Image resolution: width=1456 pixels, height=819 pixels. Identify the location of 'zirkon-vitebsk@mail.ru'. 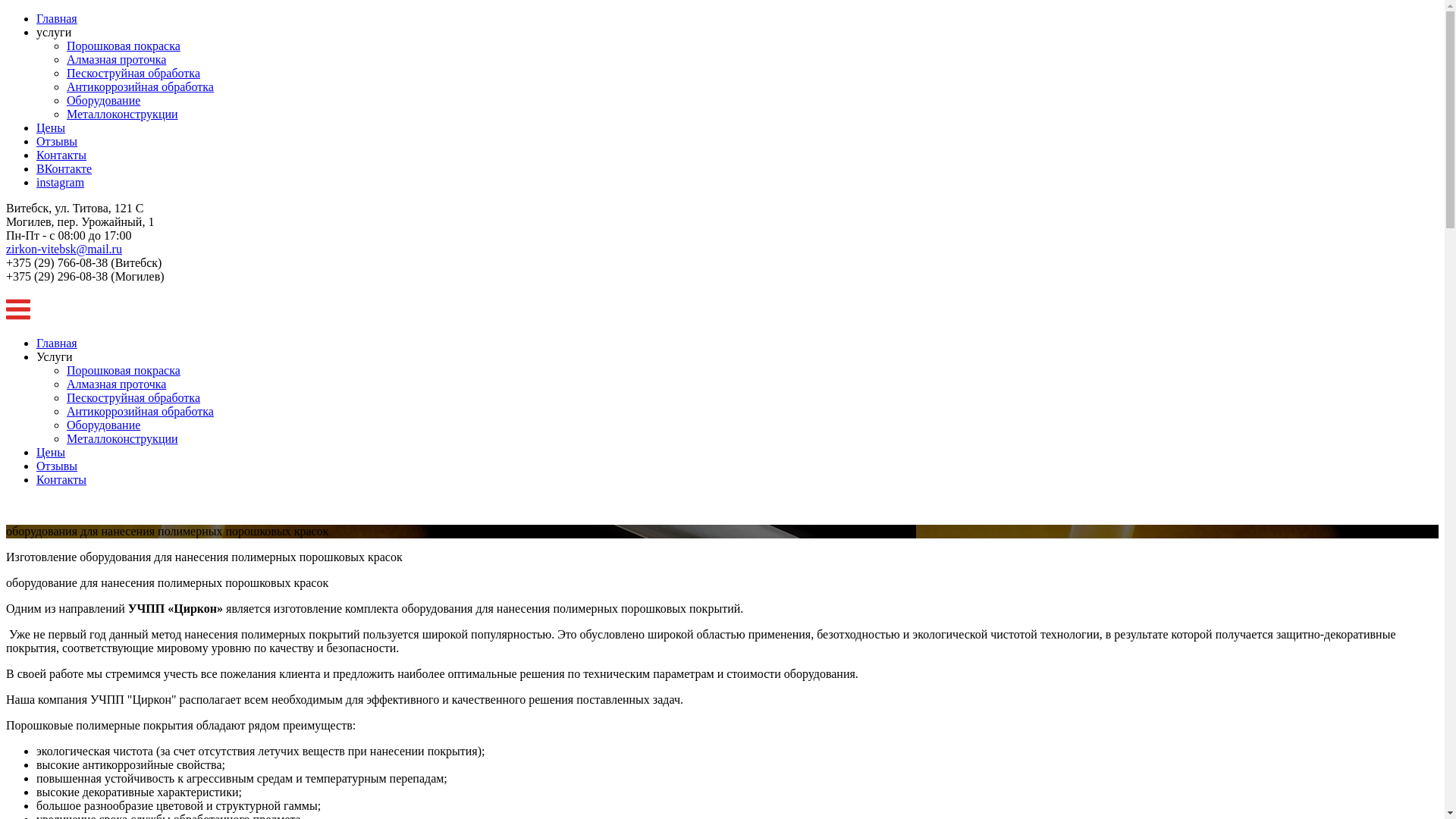
(6, 248).